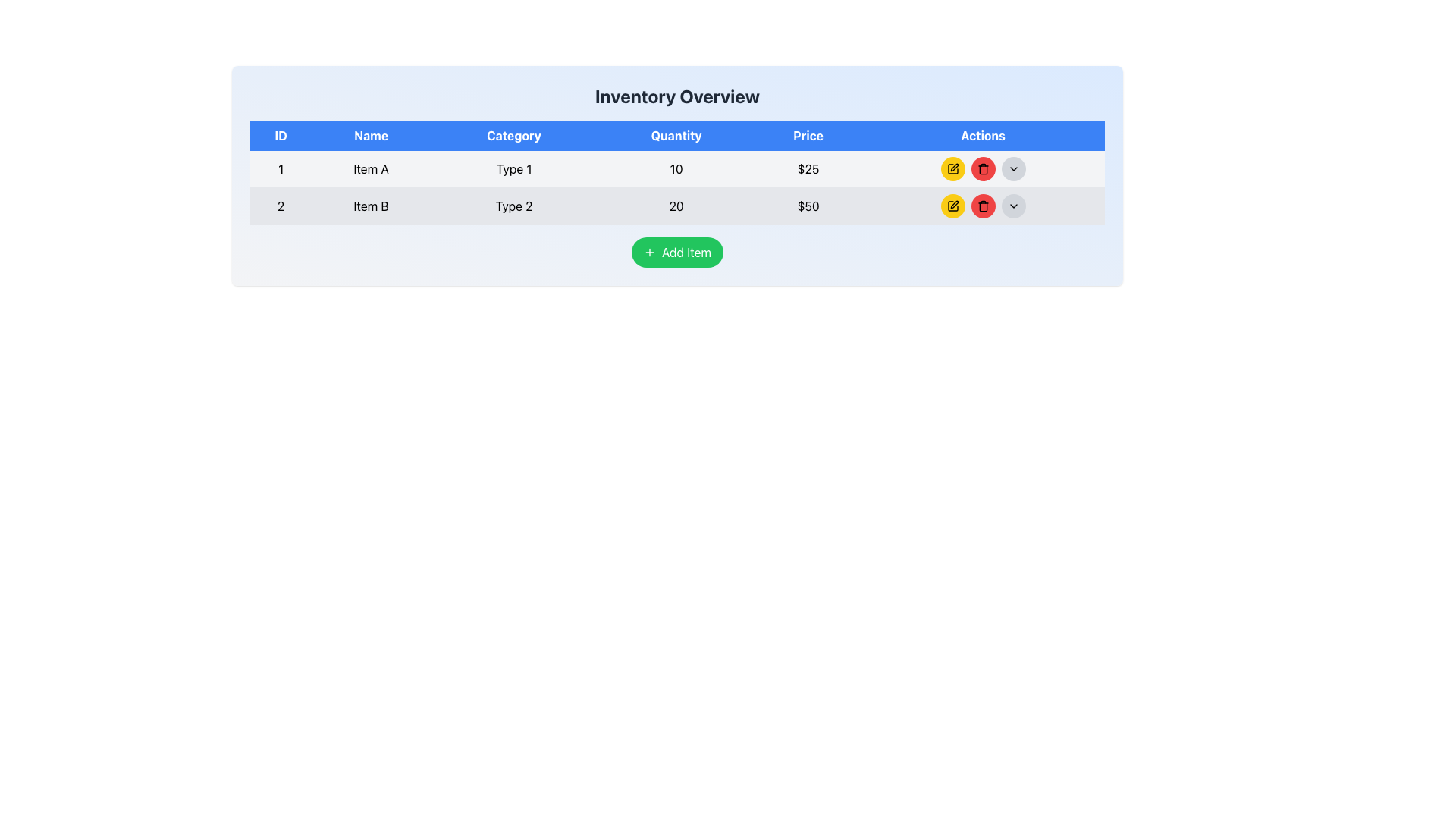 The height and width of the screenshot is (819, 1456). Describe the element at coordinates (1012, 169) in the screenshot. I see `the downward-pointing chevron icon inside the gray-rounded button in the 'Actions' column of the second table row` at that location.